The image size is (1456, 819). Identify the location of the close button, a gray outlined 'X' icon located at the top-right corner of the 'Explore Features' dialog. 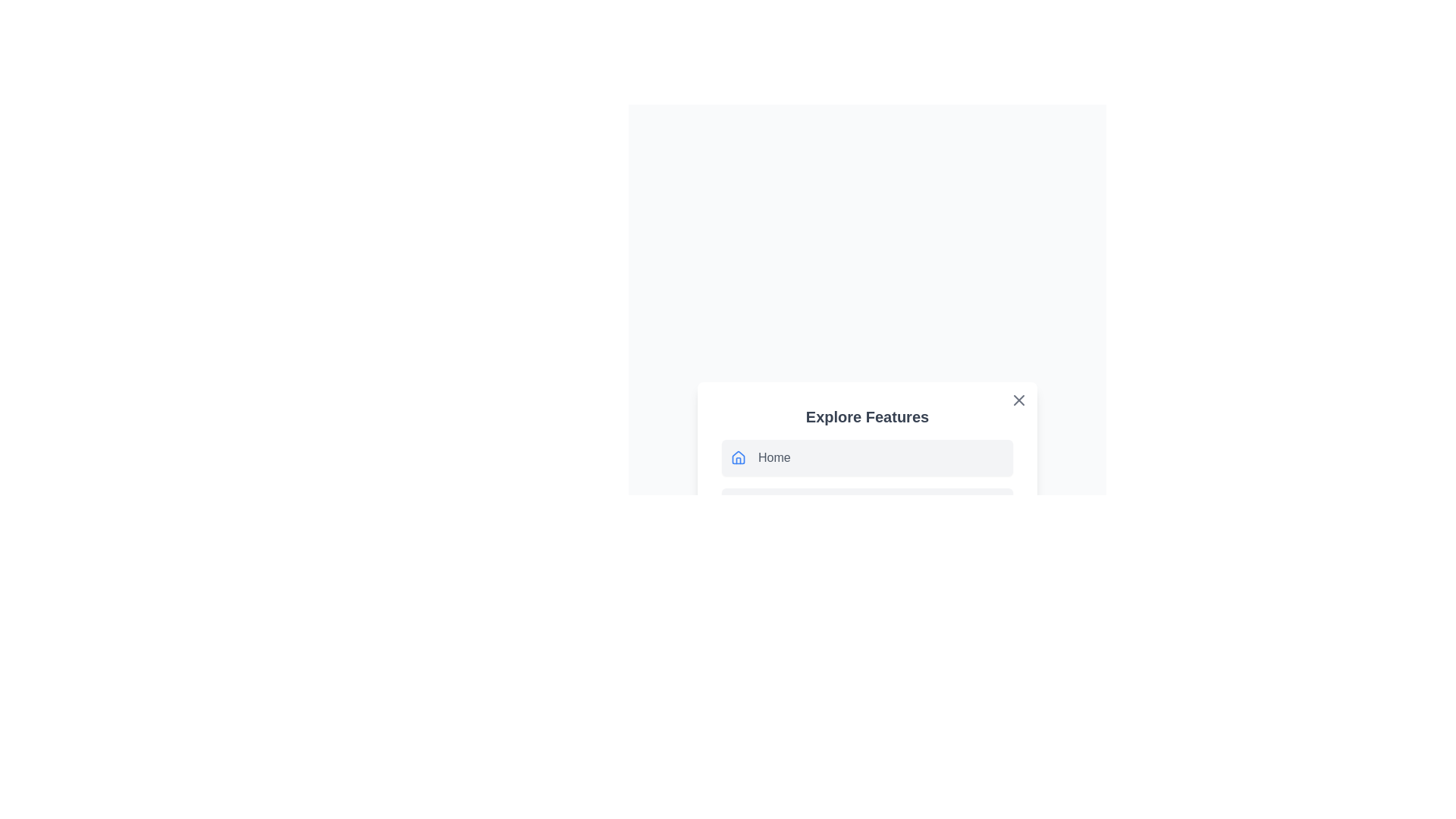
(1019, 400).